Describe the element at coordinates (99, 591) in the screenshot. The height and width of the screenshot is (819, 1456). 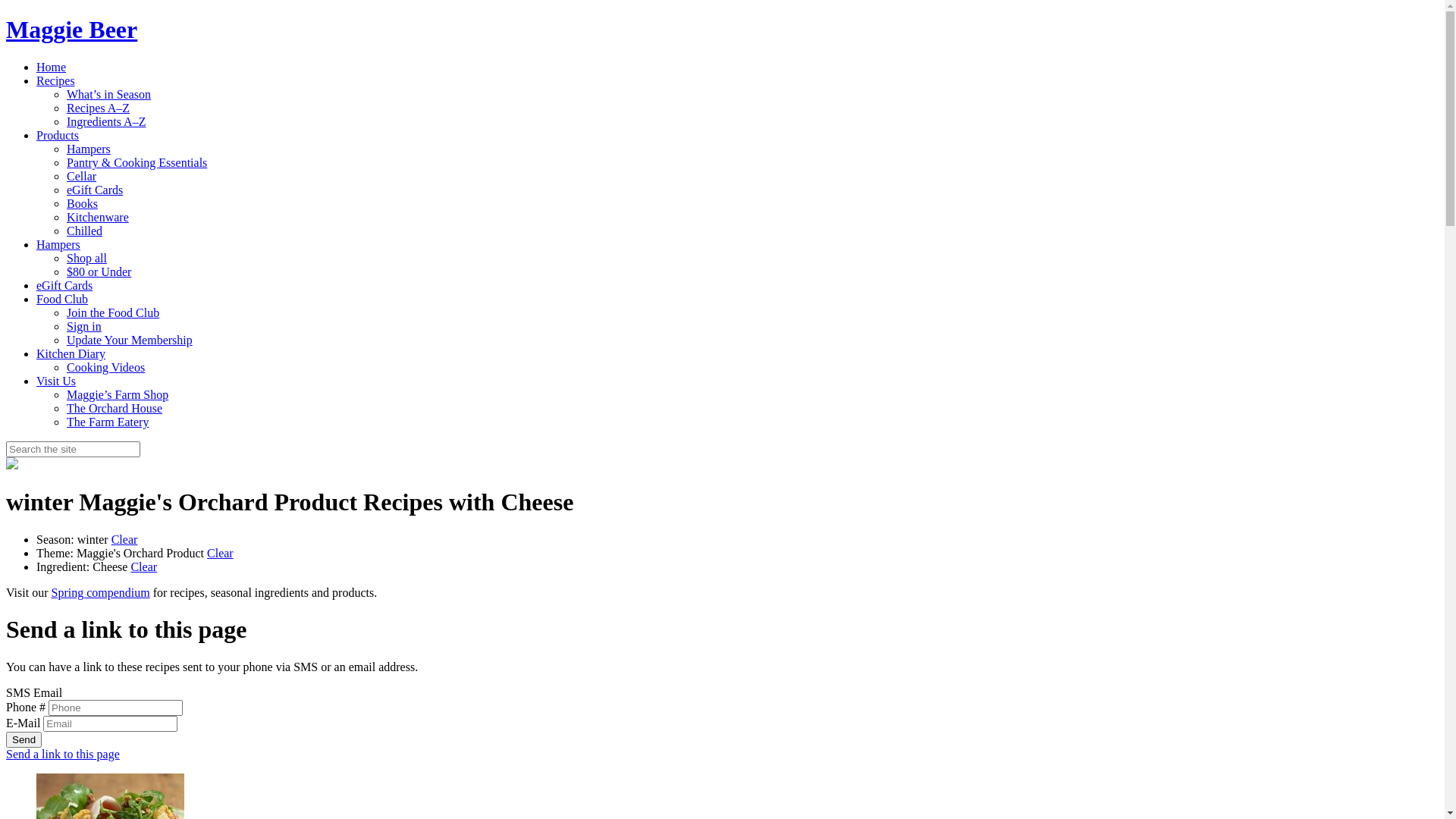
I see `'Spring compendium'` at that location.